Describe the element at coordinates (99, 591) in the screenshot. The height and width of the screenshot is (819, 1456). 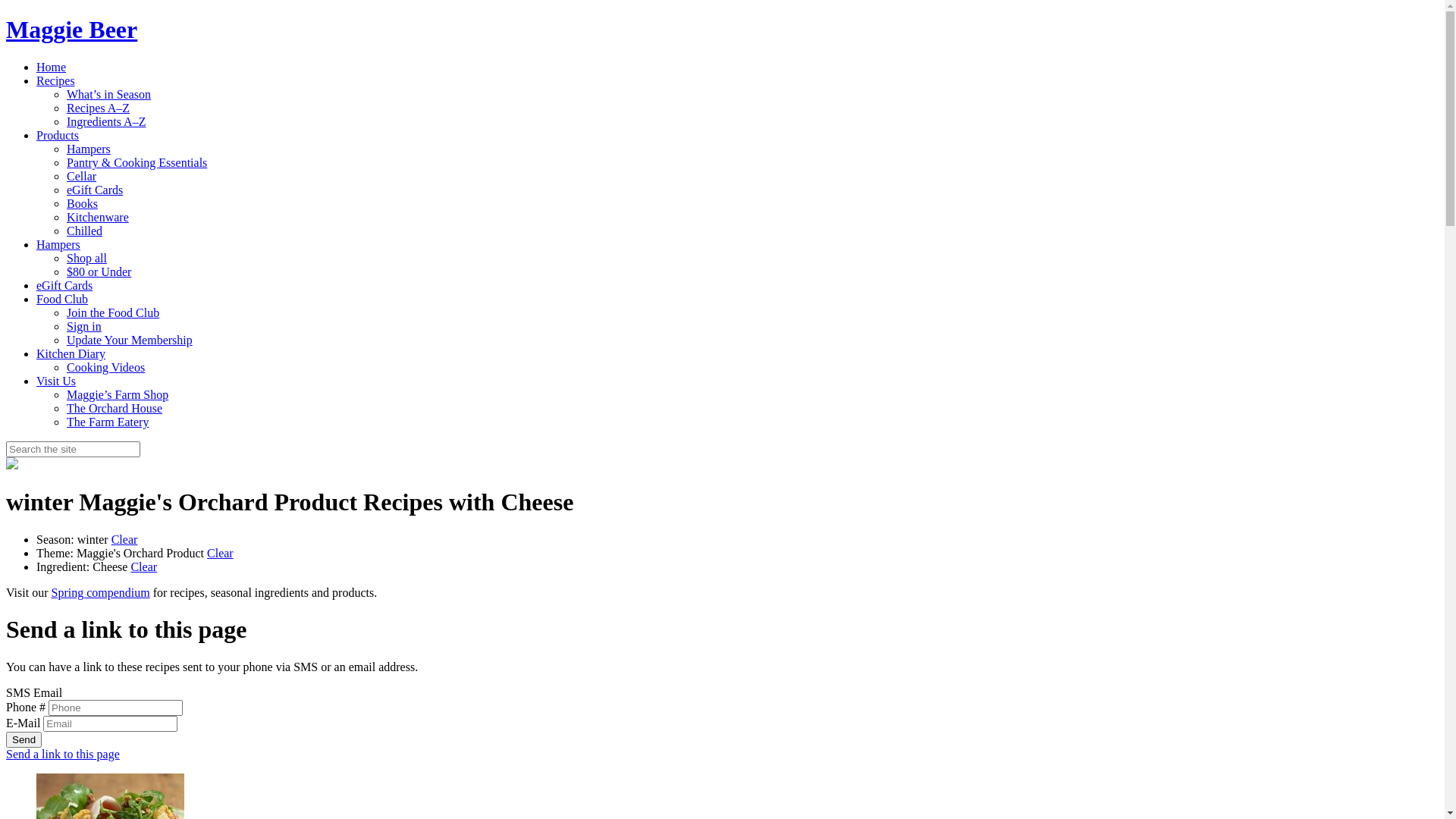
I see `'Spring compendium'` at that location.